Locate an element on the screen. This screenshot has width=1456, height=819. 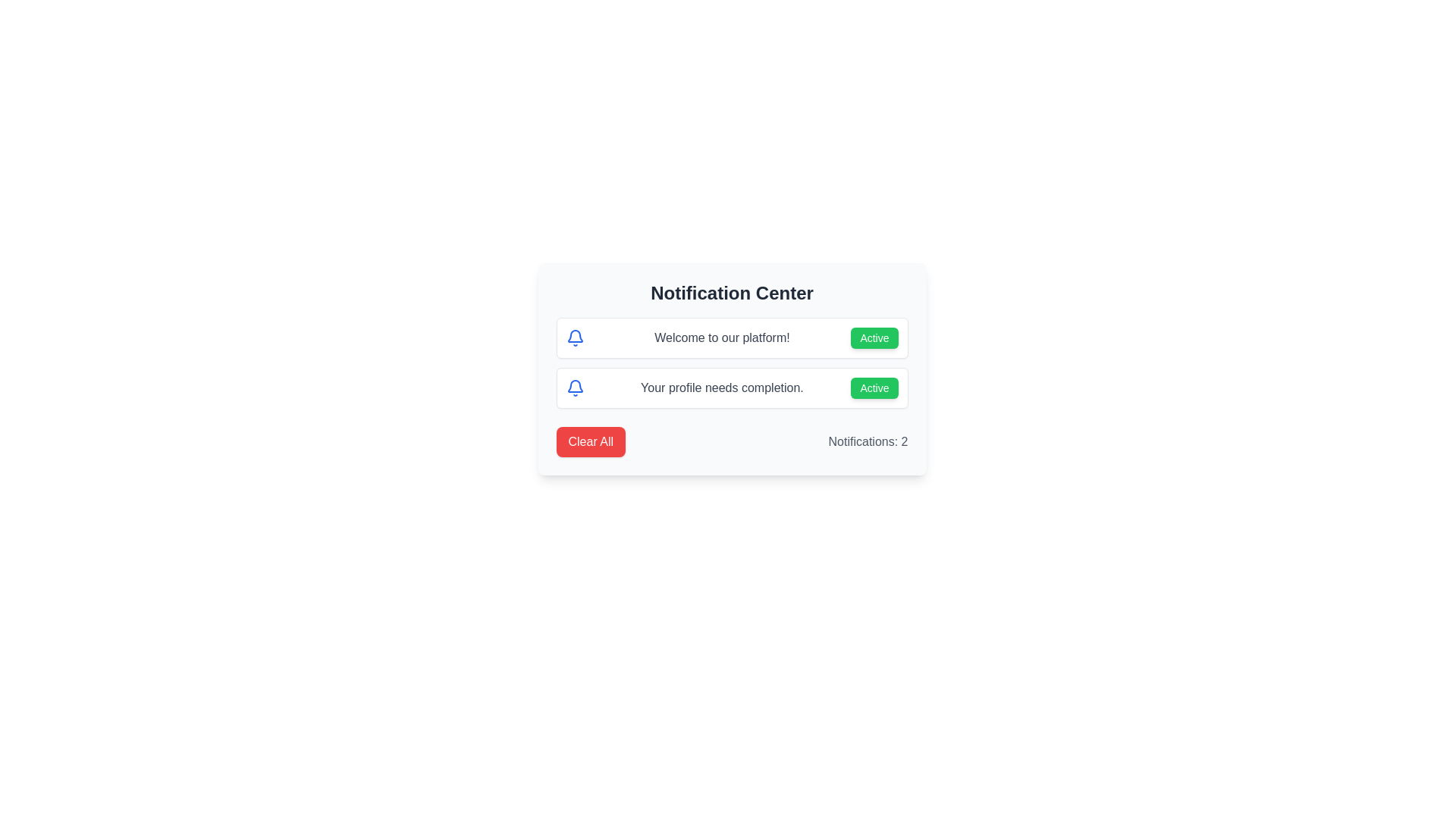
the text label in the second notification message which provides information about profile completion, located between the bell icon and the green 'Active' button is located at coordinates (721, 388).